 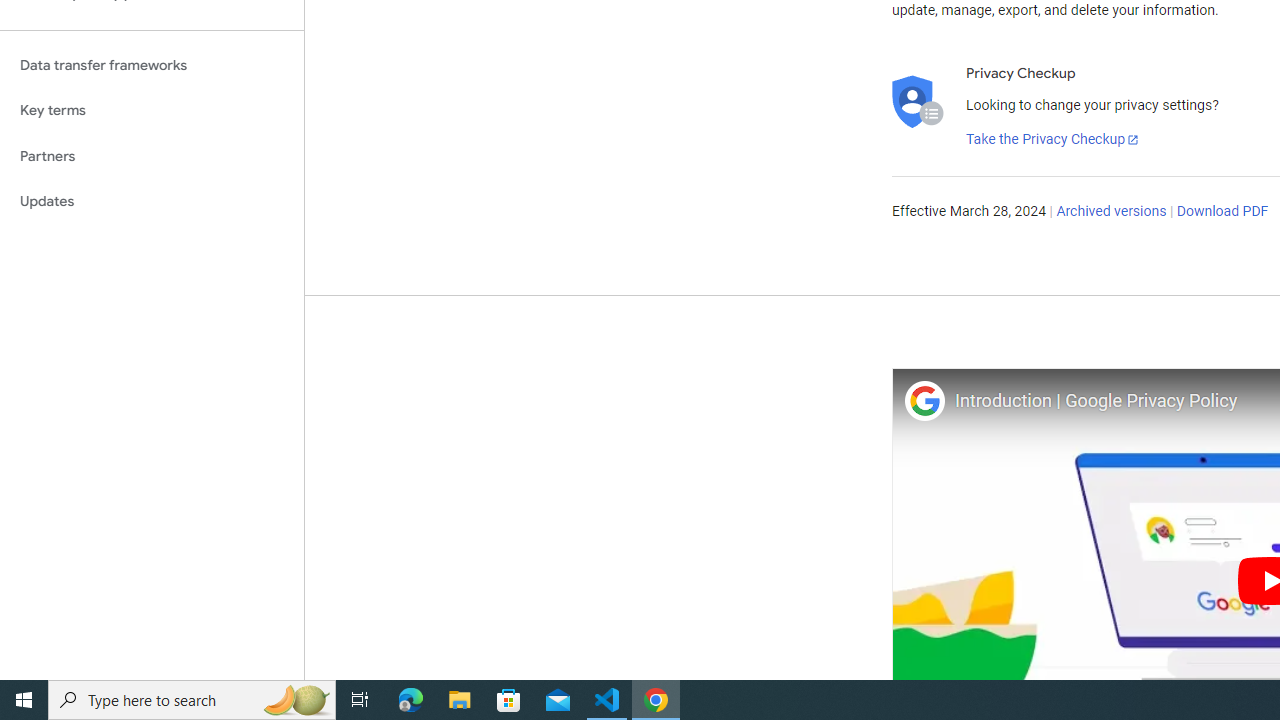 I want to click on 'Photo image of Google', so click(x=923, y=400).